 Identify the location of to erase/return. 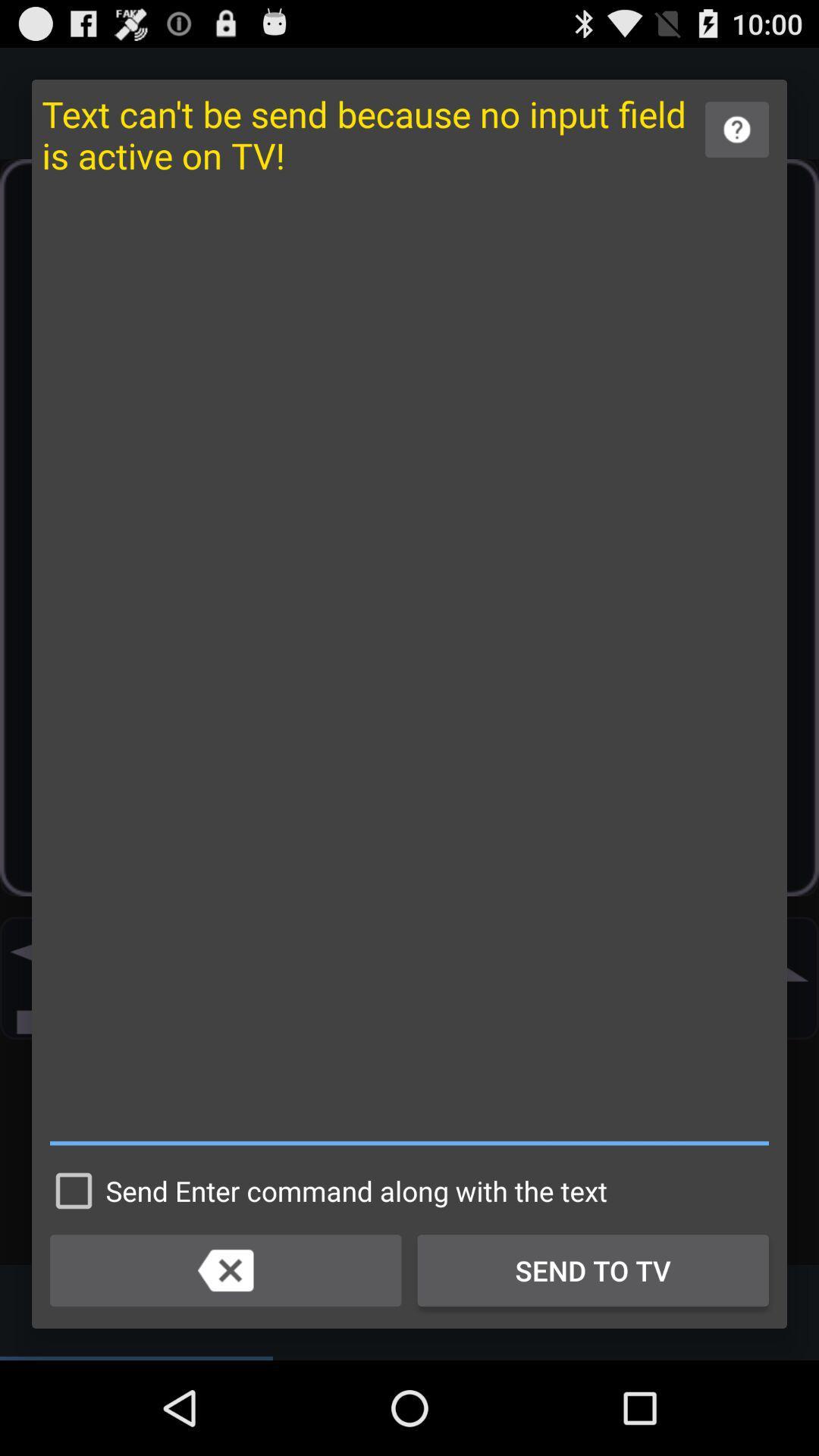
(225, 1270).